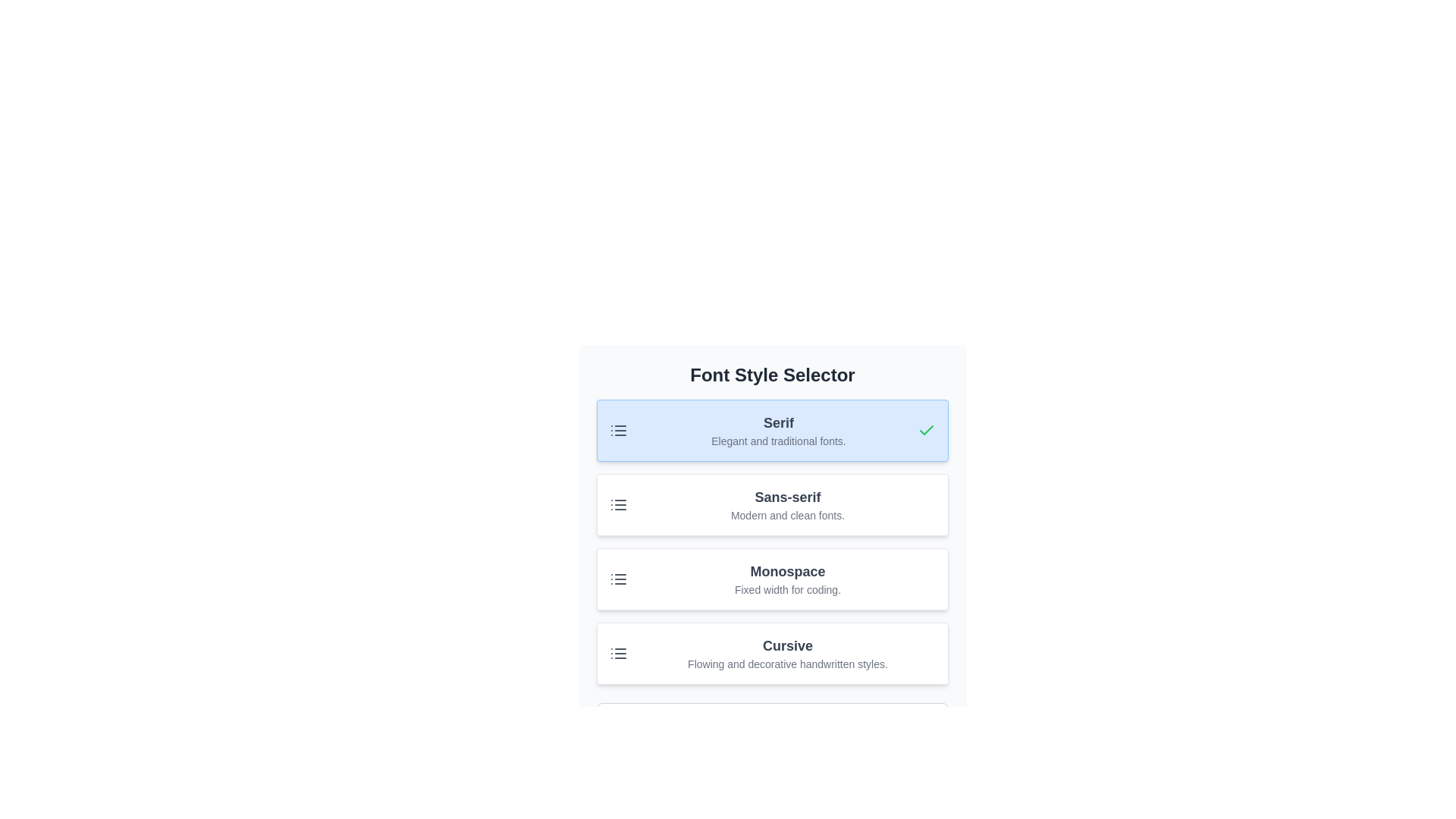 The height and width of the screenshot is (819, 1456). Describe the element at coordinates (619, 652) in the screenshot. I see `the icon representing the 'Cursive' font style option in the Font Style Selector` at that location.